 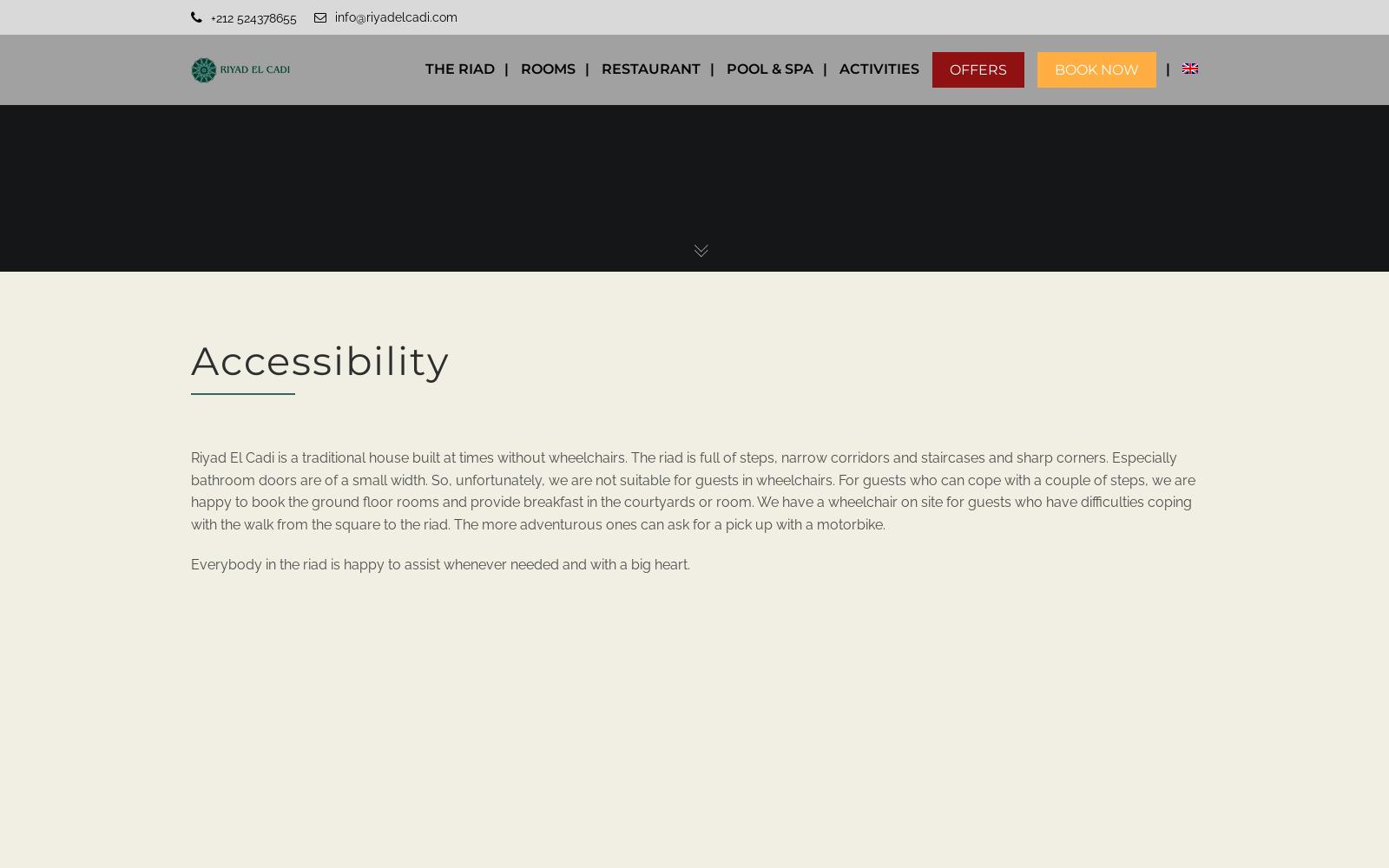 I want to click on 'info@riyadelcadi.com', so click(x=334, y=17).